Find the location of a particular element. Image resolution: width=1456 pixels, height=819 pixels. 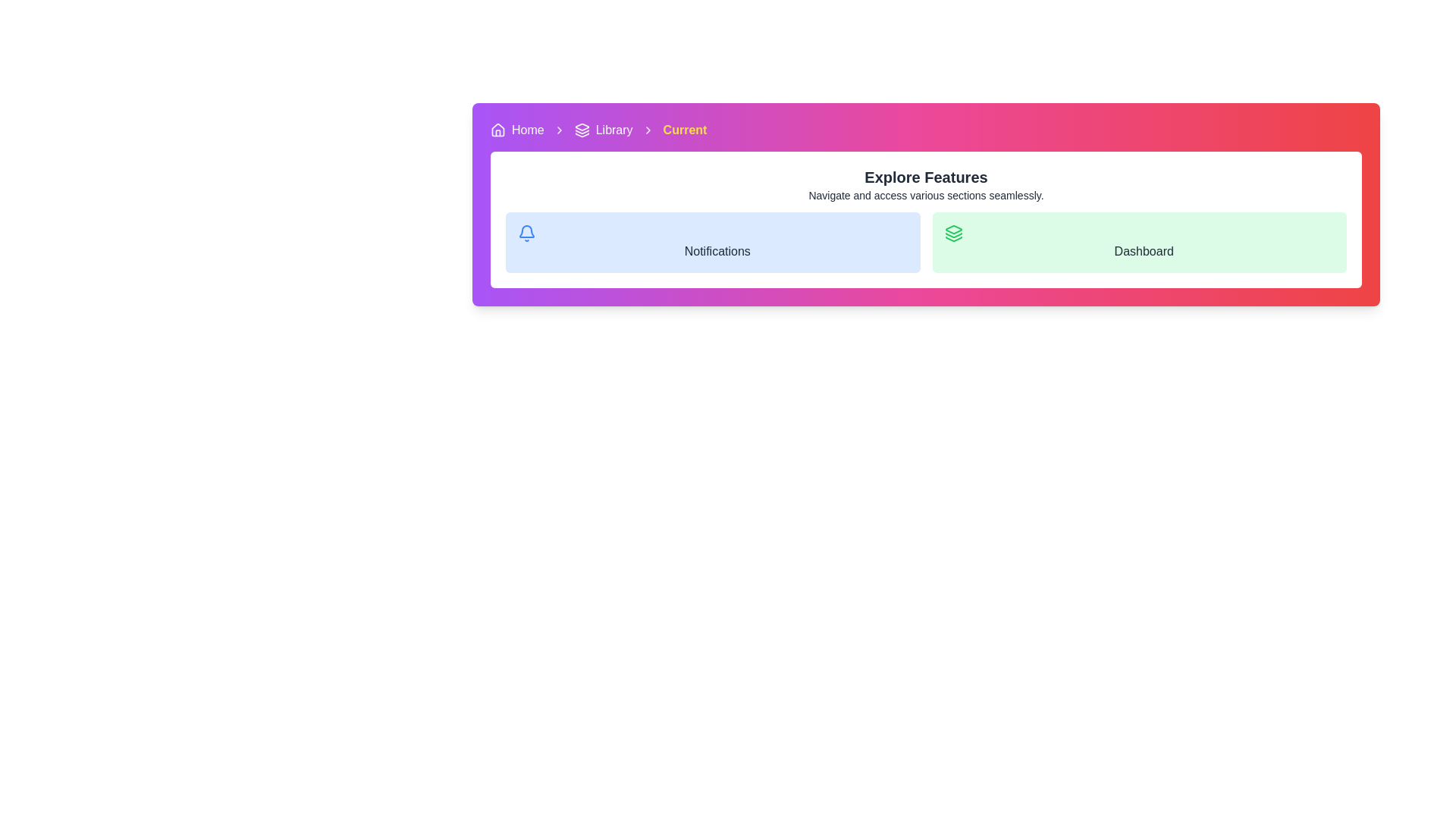

the 'Dashboard' button, which is a rectangular clickable button with a green background and an icon resembling stacked layers on the left is located at coordinates (1139, 242).